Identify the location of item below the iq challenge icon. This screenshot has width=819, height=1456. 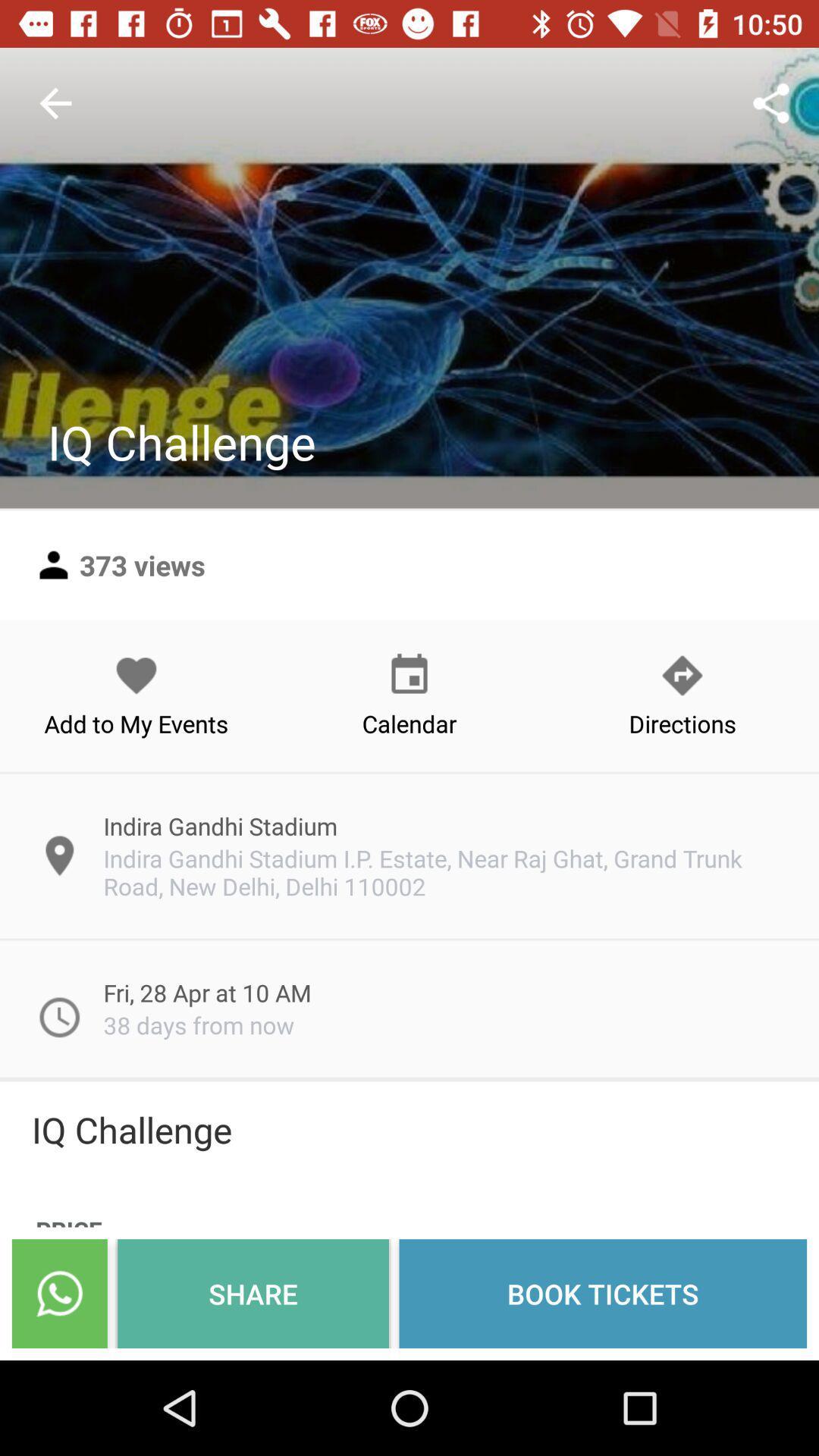
(58, 1293).